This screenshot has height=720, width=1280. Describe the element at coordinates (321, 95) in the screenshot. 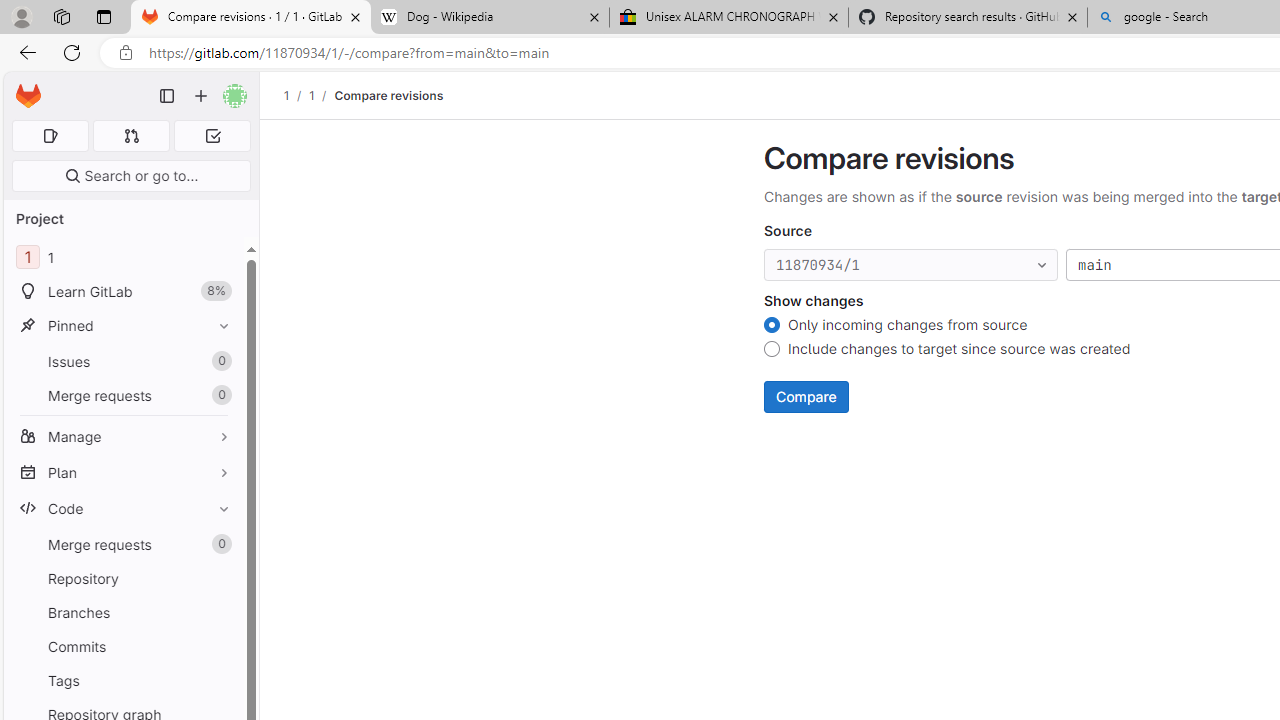

I see `'1/'` at that location.